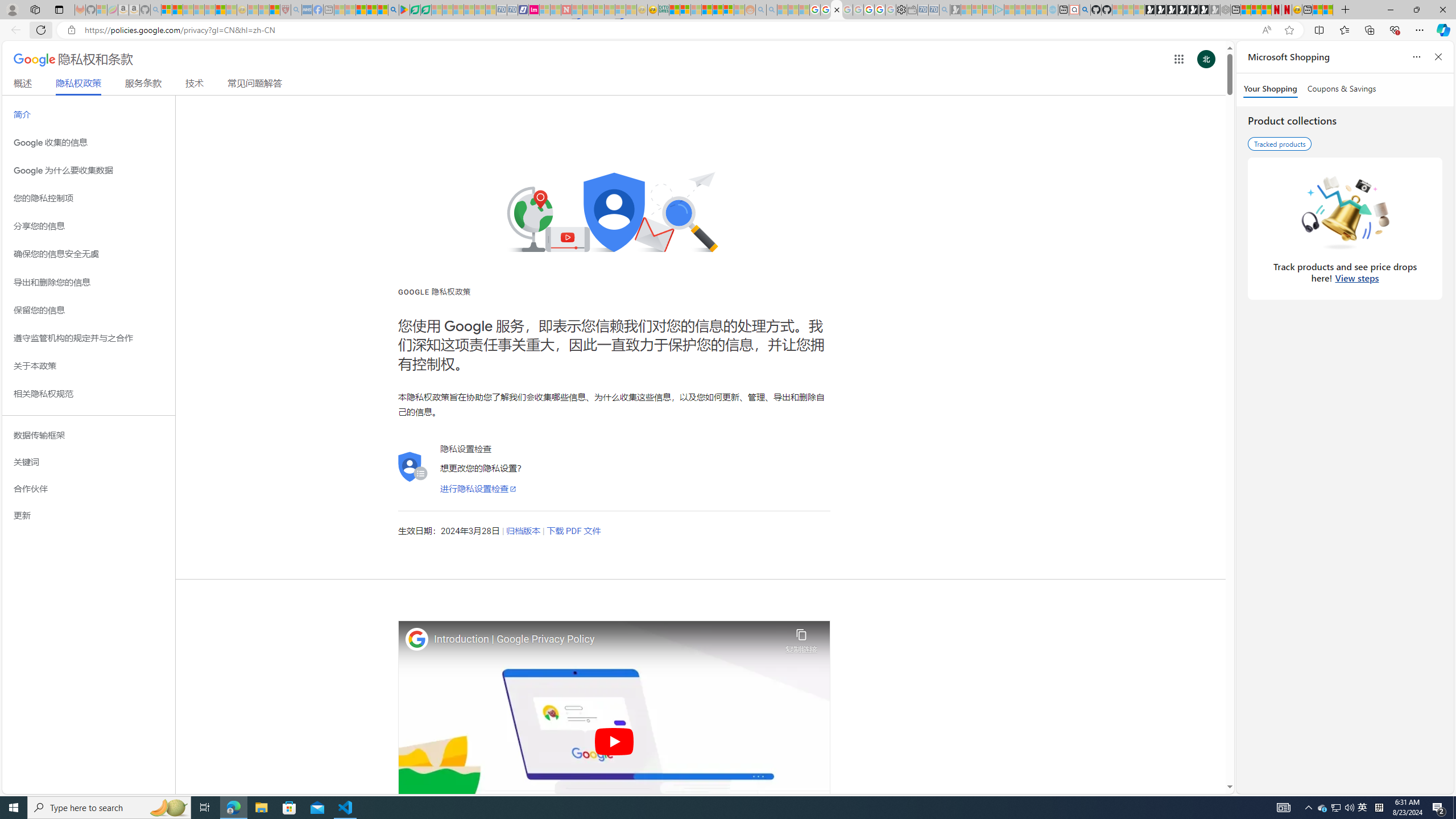  Describe the element at coordinates (427, 9) in the screenshot. I see `'Microsoft Word - consumer-privacy address update 2.2021'` at that location.